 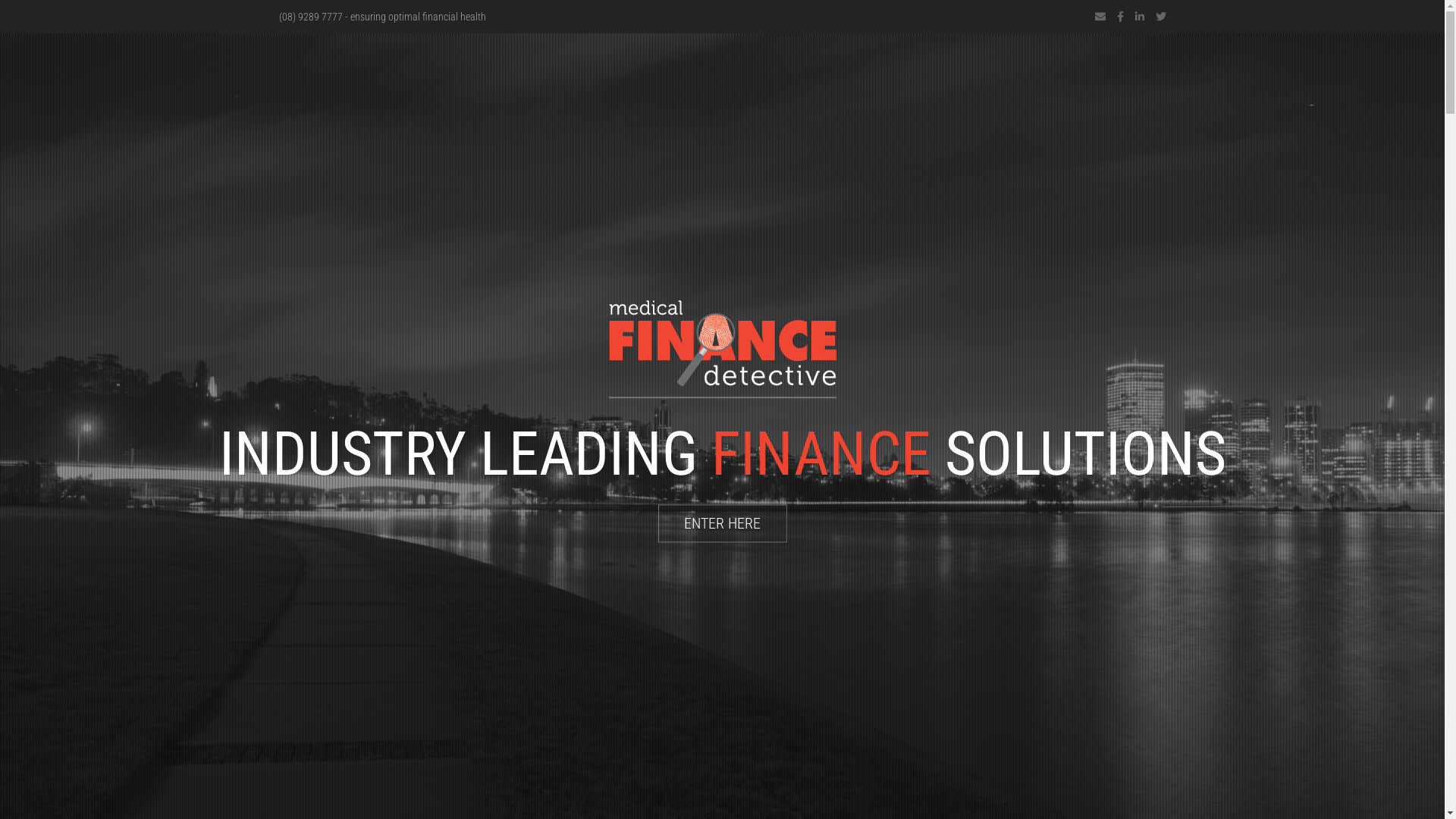 What do you see at coordinates (722, 522) in the screenshot?
I see `'ENTER HERE'` at bounding box center [722, 522].